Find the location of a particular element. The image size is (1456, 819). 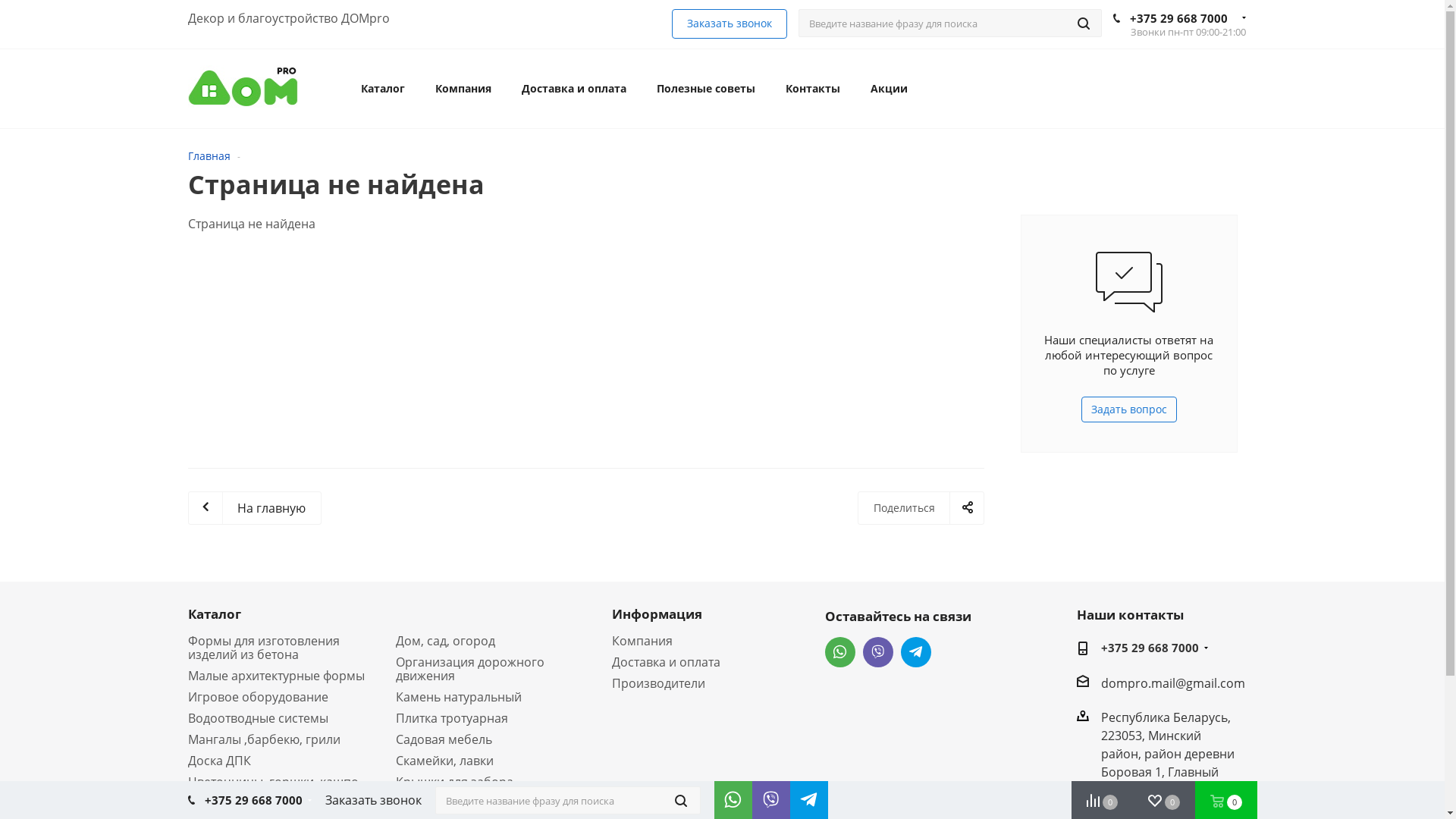

'+375 29 668 7000' is located at coordinates (1129, 17).